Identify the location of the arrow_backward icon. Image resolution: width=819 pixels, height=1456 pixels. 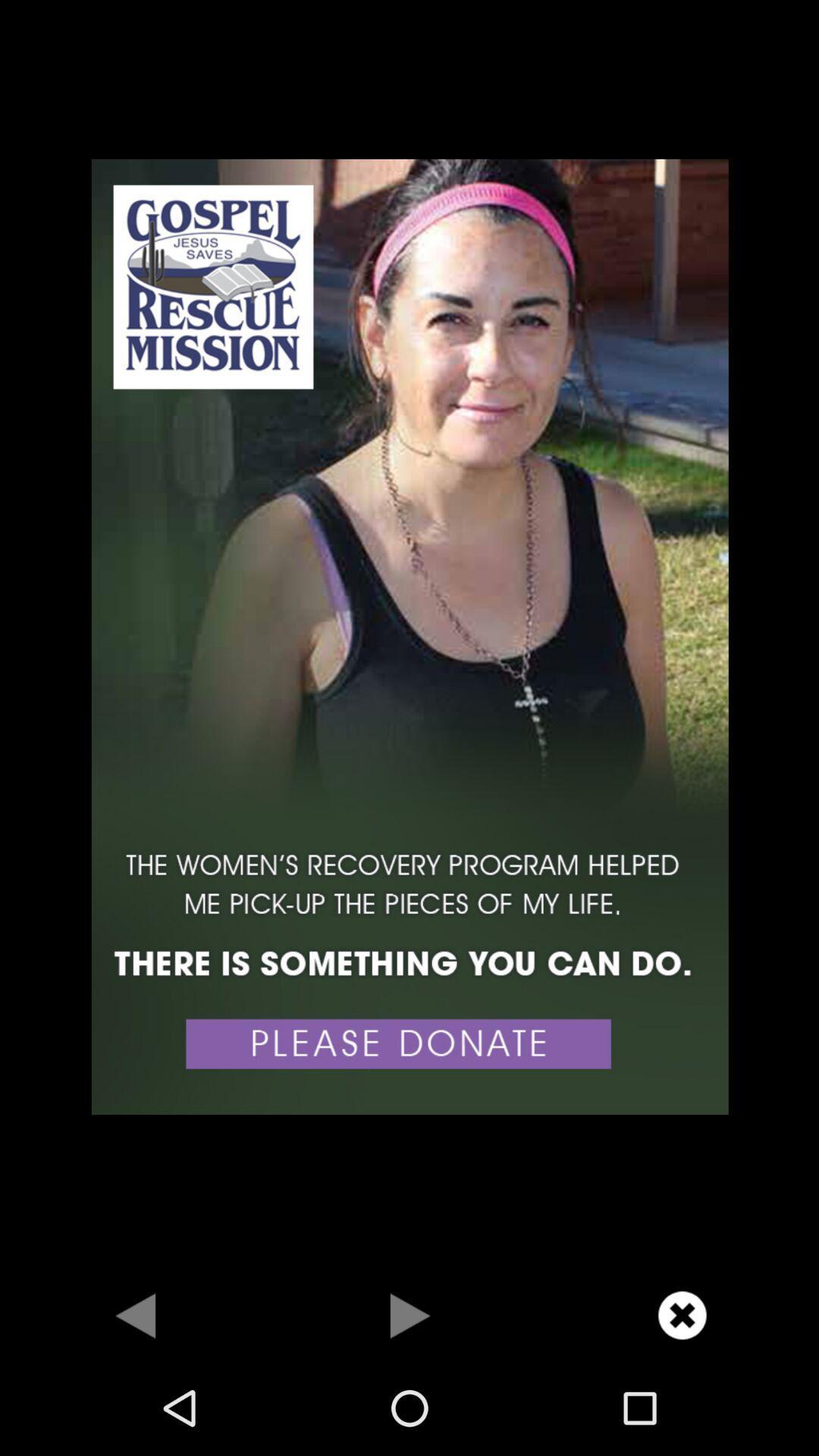
(136, 1407).